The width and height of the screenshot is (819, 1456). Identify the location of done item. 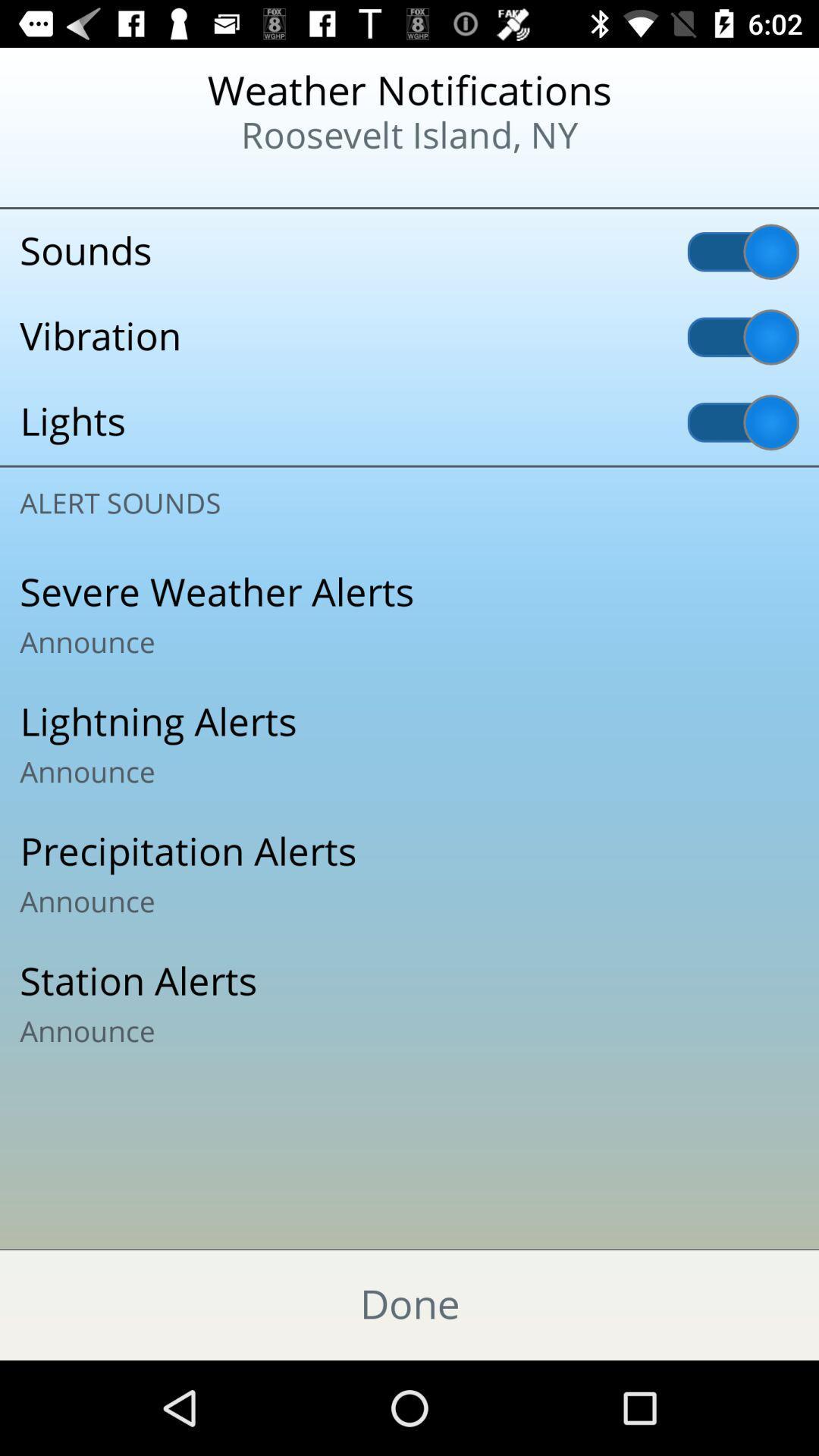
(409, 1304).